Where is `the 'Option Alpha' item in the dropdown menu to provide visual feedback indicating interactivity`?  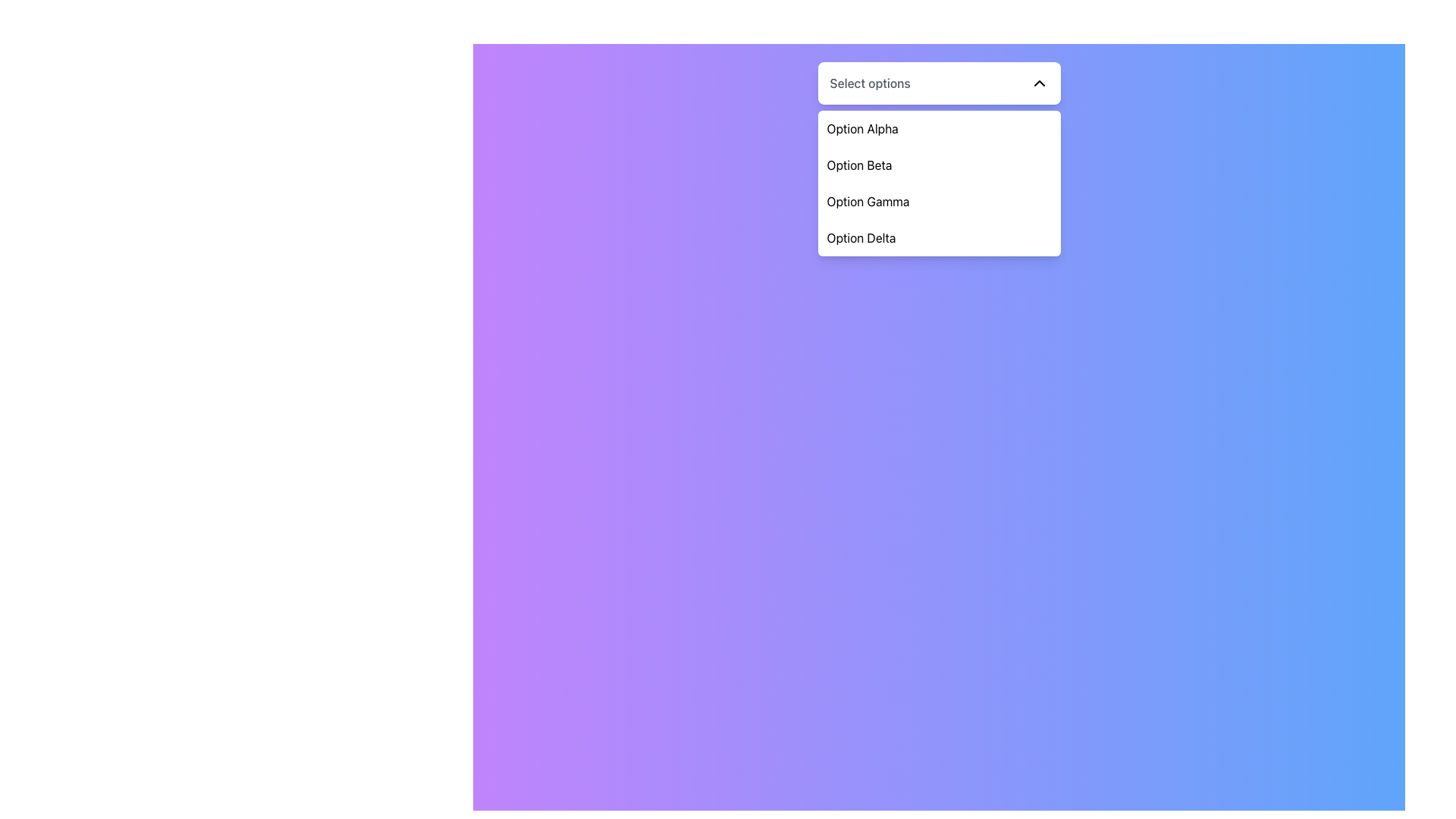
the 'Option Alpha' item in the dropdown menu to provide visual feedback indicating interactivity is located at coordinates (938, 127).